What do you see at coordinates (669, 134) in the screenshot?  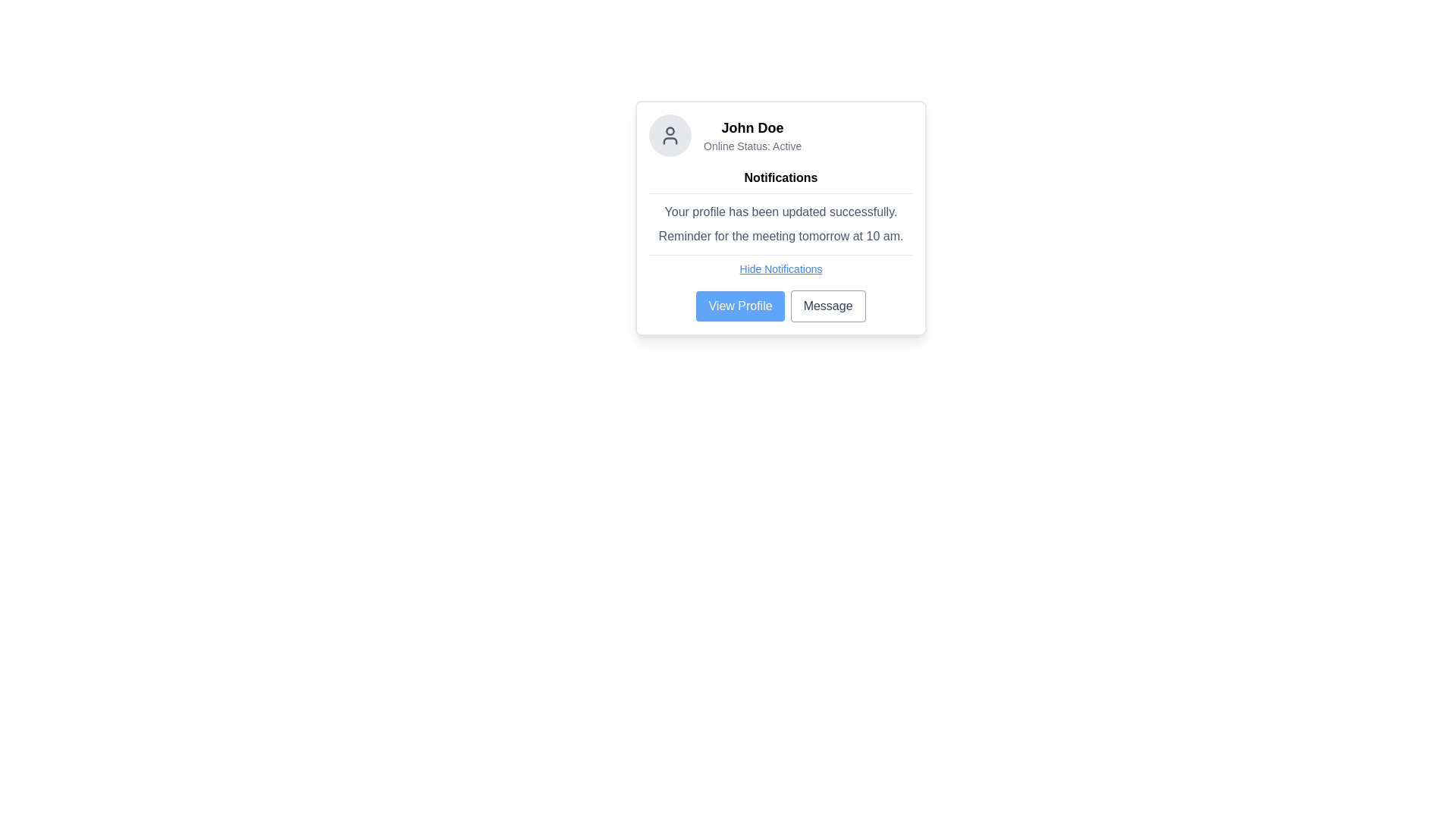 I see `the user profile picture icon located at the top-left corner of the profile card, adjacent to the user's name and status` at bounding box center [669, 134].